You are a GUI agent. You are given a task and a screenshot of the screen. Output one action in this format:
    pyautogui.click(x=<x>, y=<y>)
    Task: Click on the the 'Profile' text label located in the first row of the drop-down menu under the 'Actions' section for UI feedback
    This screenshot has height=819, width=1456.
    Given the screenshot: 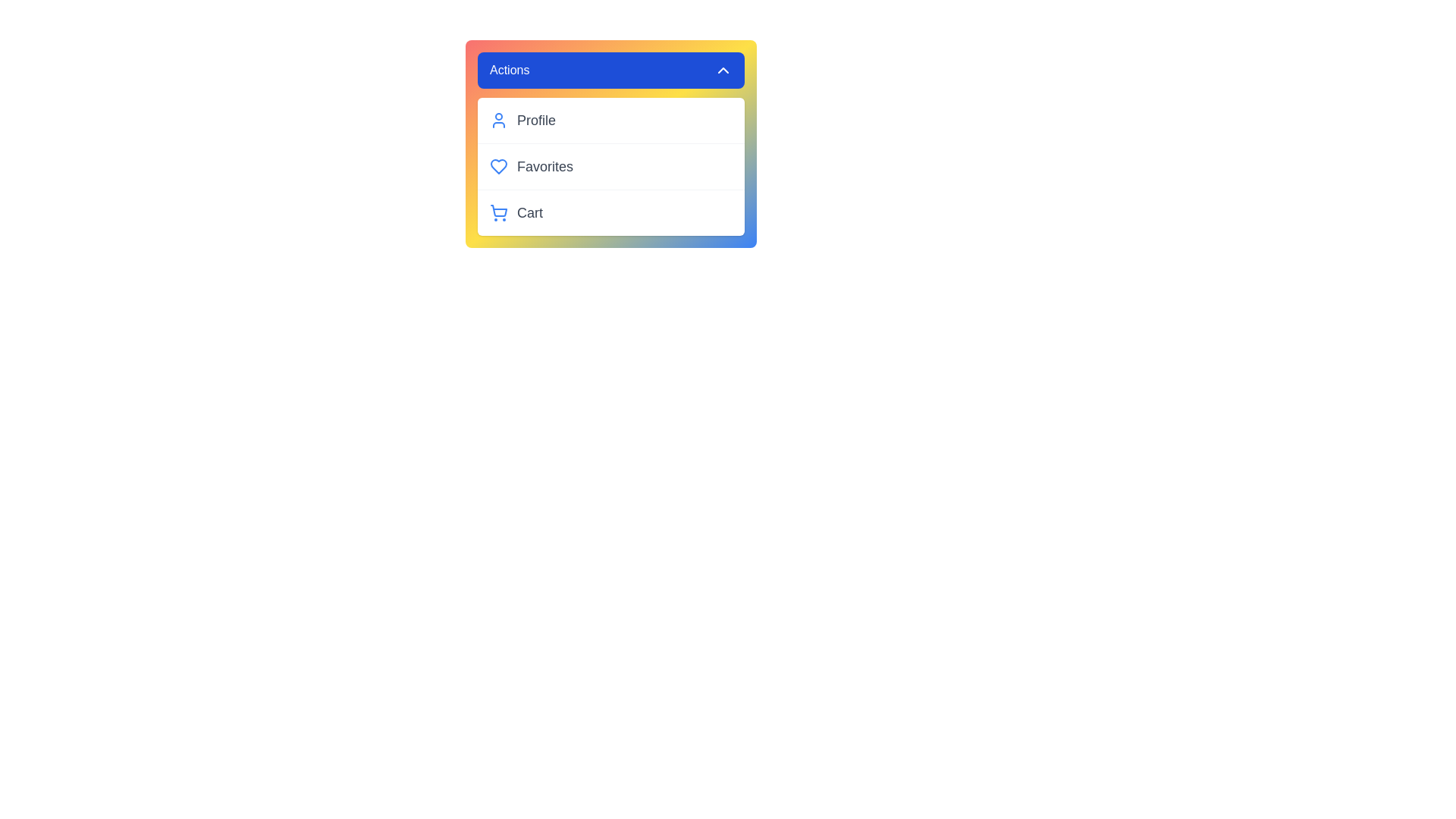 What is the action you would take?
    pyautogui.click(x=536, y=119)
    